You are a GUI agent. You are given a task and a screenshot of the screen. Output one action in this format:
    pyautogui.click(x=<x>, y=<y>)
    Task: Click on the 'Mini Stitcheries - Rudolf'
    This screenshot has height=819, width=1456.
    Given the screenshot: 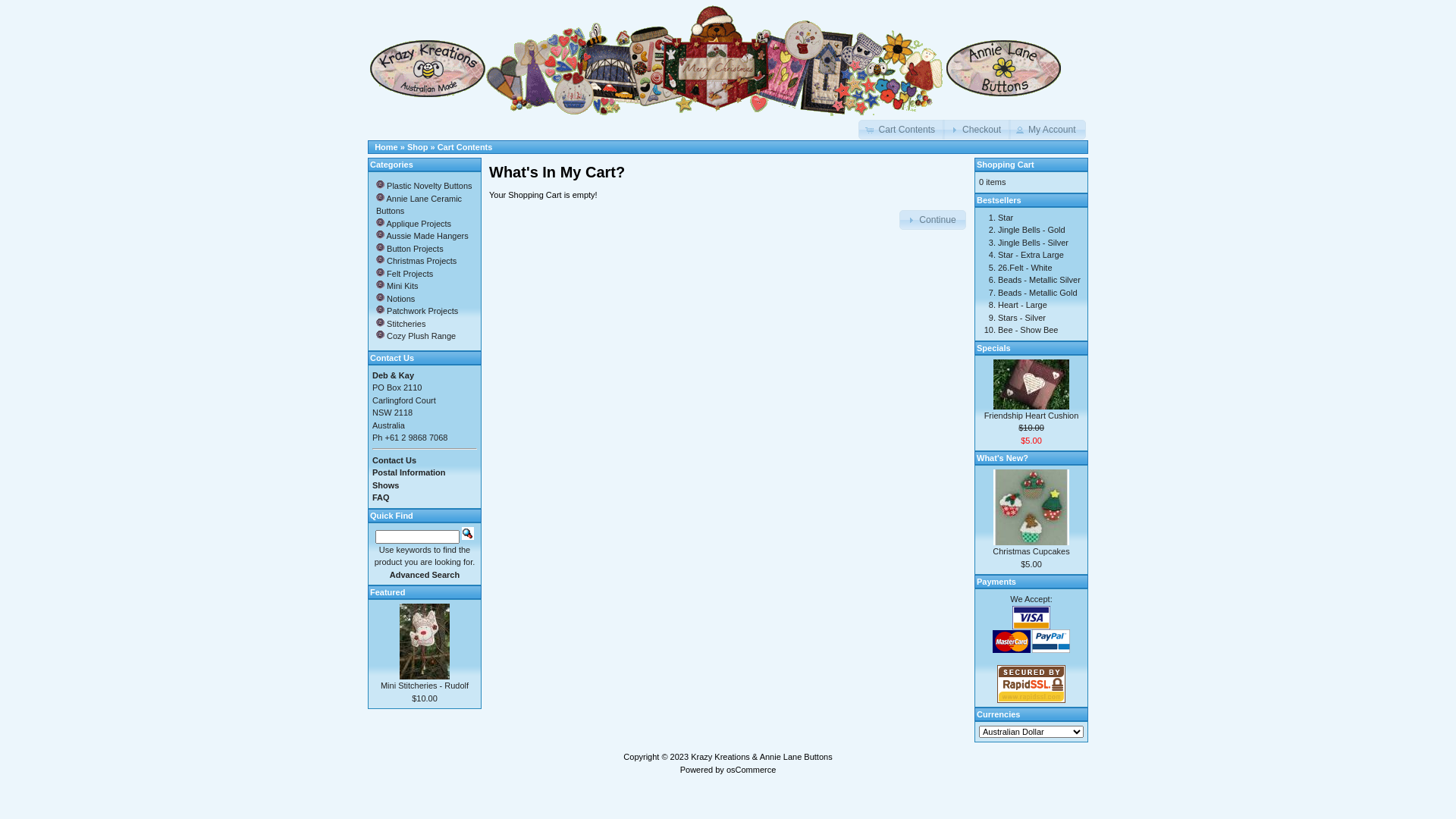 What is the action you would take?
    pyautogui.click(x=381, y=685)
    